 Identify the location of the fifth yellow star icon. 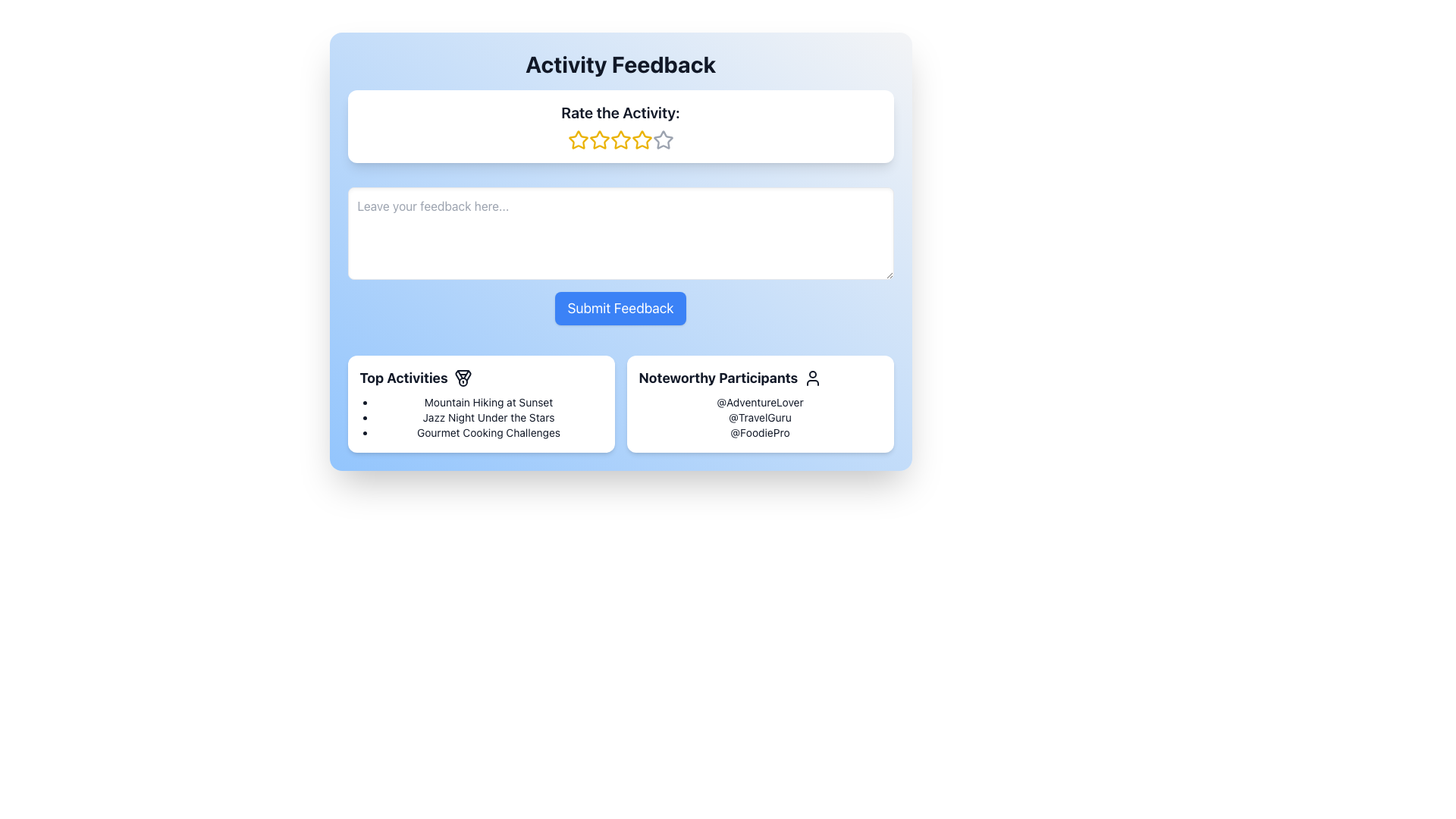
(642, 140).